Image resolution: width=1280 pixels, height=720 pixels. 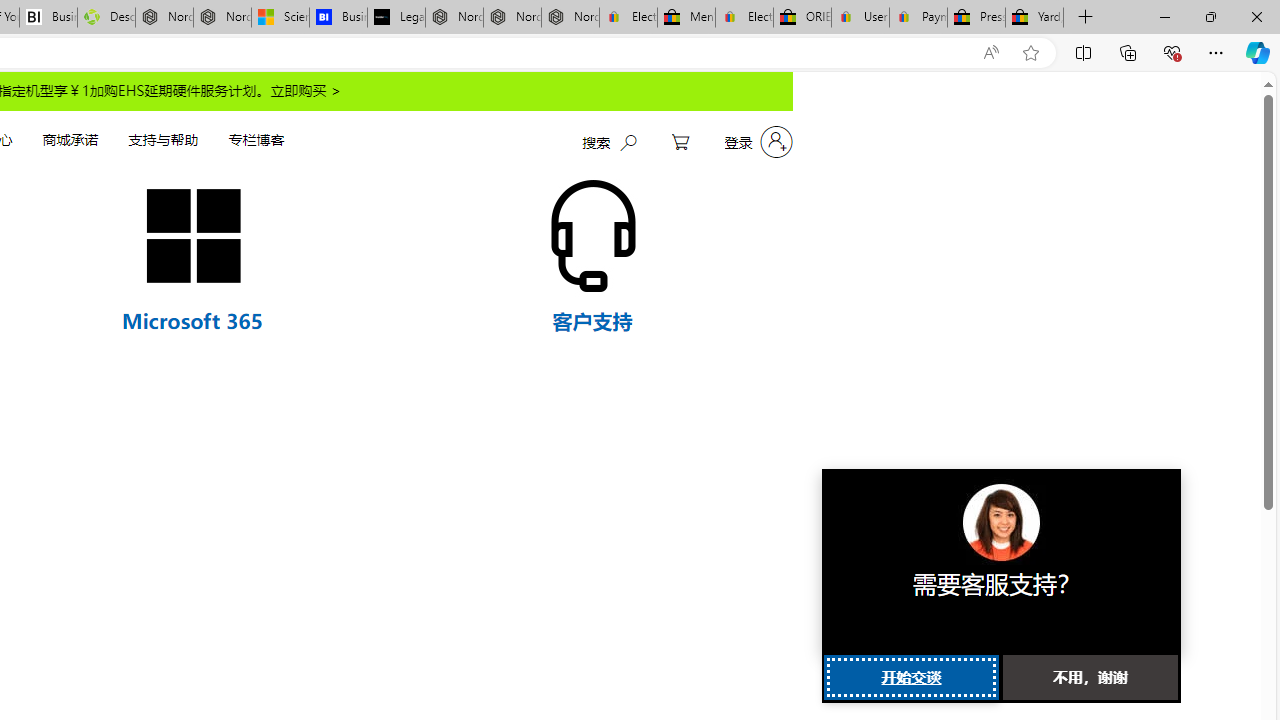 I want to click on 'Descarga Driver Updater', so click(x=105, y=17).